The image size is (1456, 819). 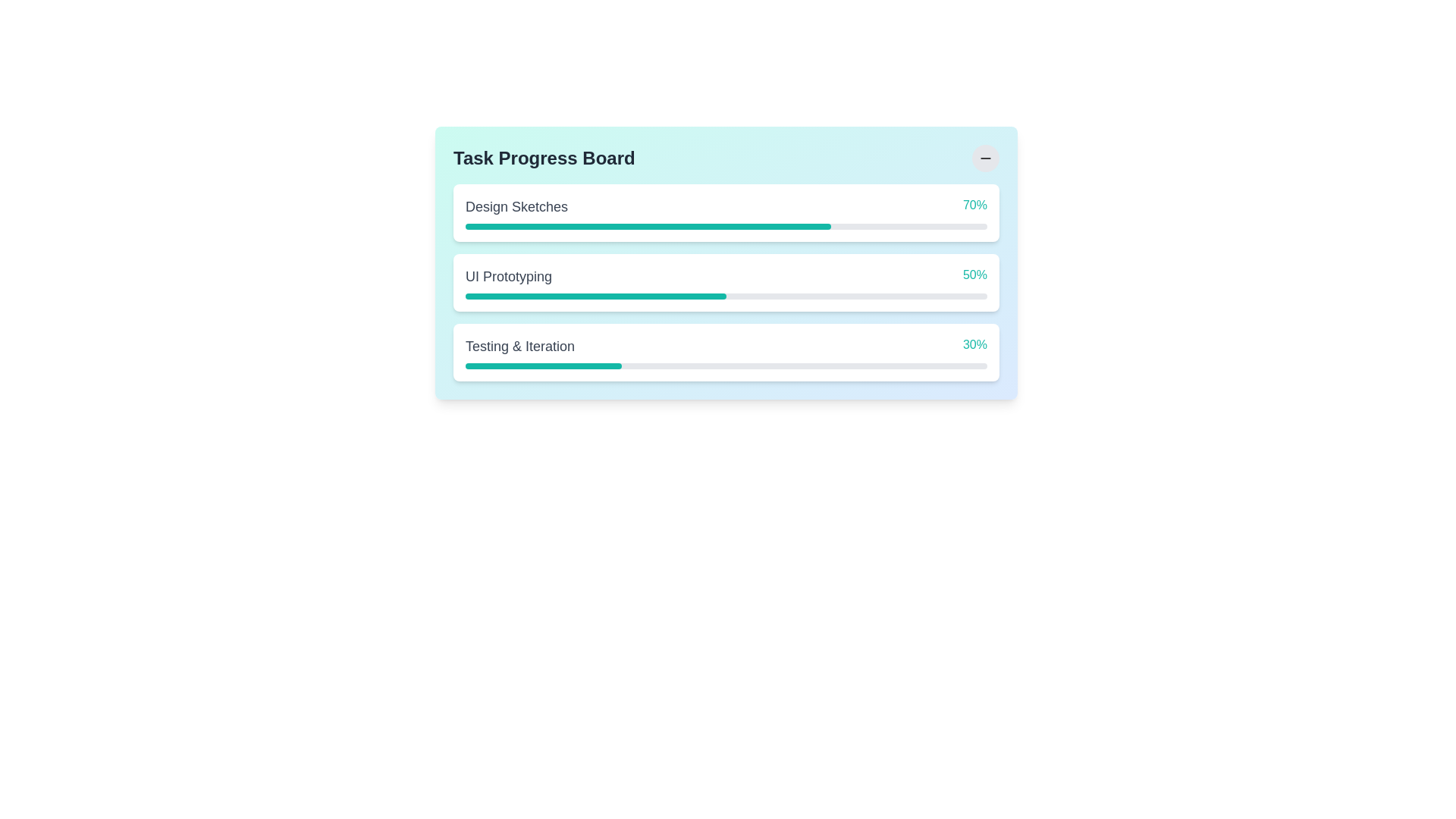 I want to click on the second progress bar in the 'Task Progress Board' labeled 'UI Prototyping', which has a gray background and a teal-filled portion indicating progress, so click(x=726, y=296).